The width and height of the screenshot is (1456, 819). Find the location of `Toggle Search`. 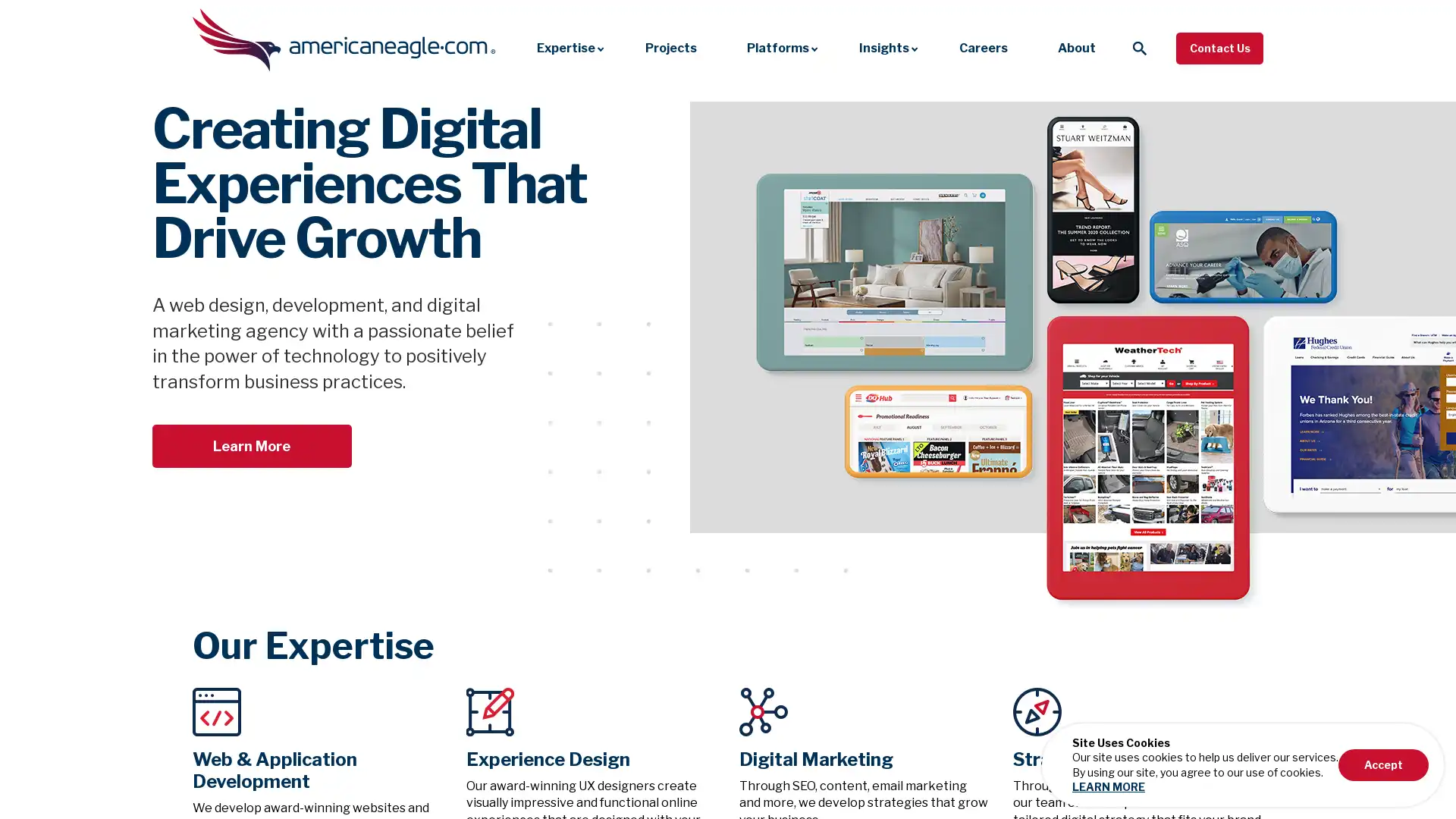

Toggle Search is located at coordinates (1139, 46).